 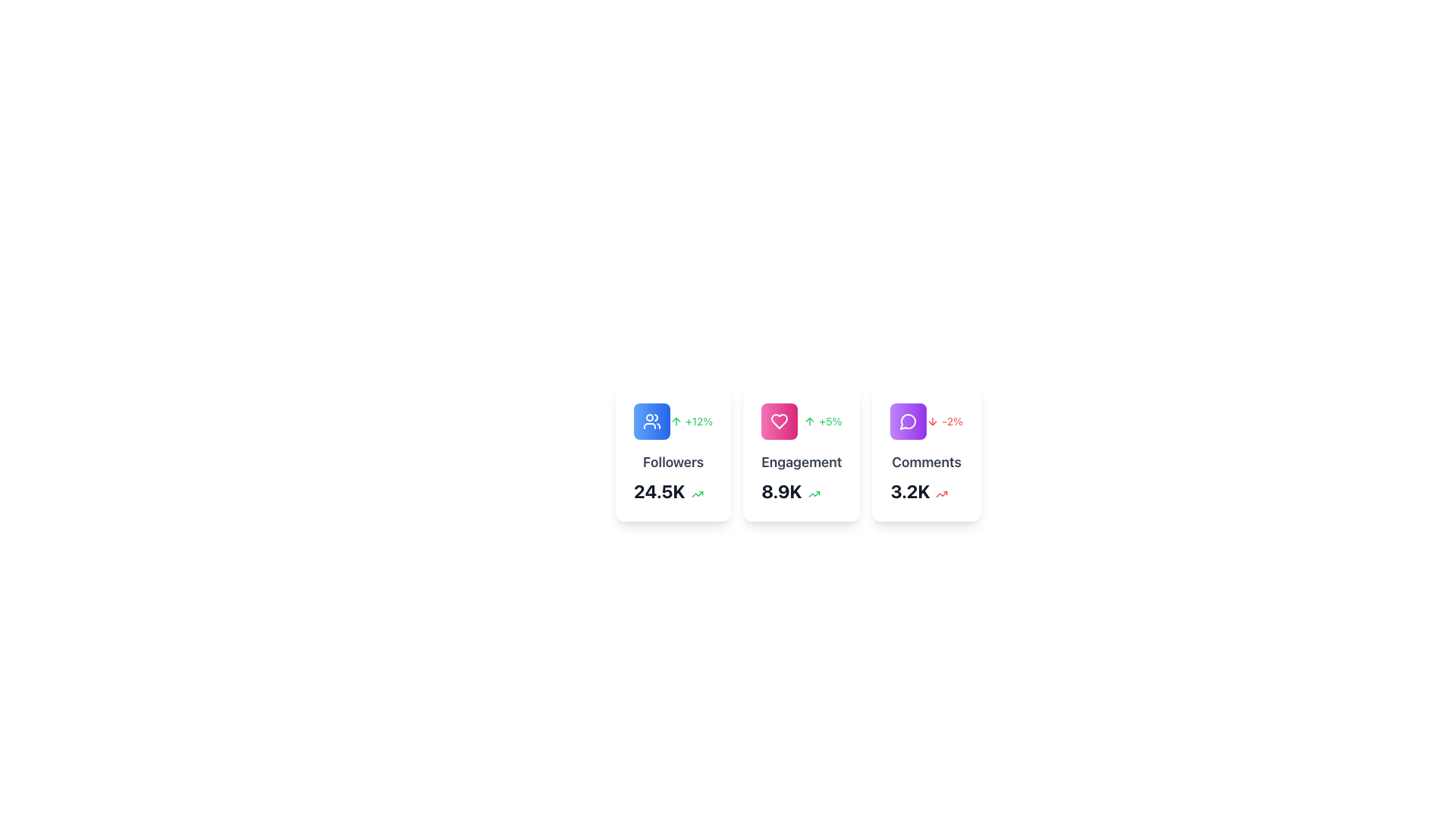 I want to click on the visual indicator bar located at the bottom of the card displaying the 'Followers' statistic, so click(x=673, y=519).